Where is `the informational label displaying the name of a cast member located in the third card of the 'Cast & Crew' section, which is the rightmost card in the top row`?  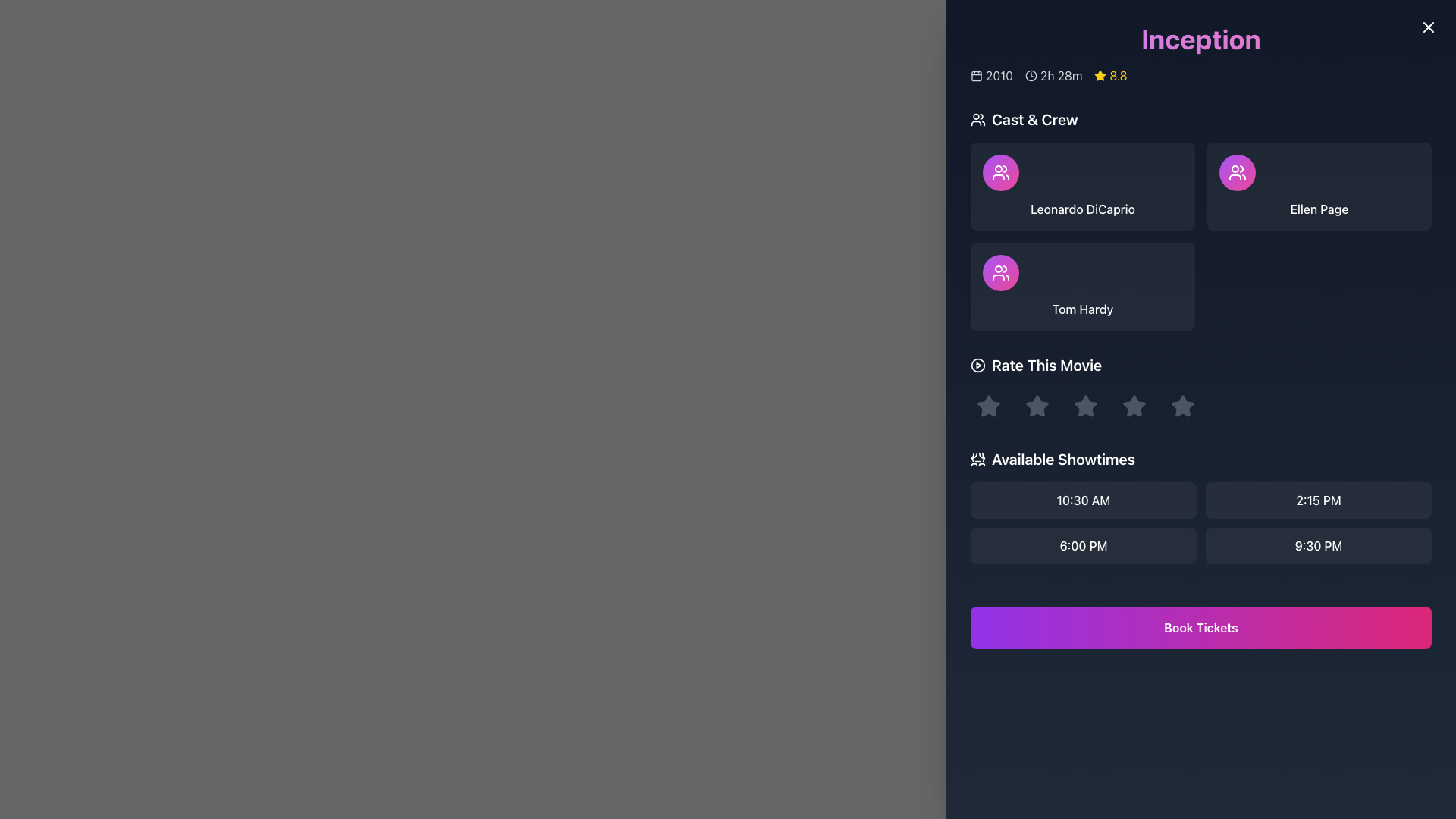
the informational label displaying the name of a cast member located in the third card of the 'Cast & Crew' section, which is the rightmost card in the top row is located at coordinates (1318, 209).